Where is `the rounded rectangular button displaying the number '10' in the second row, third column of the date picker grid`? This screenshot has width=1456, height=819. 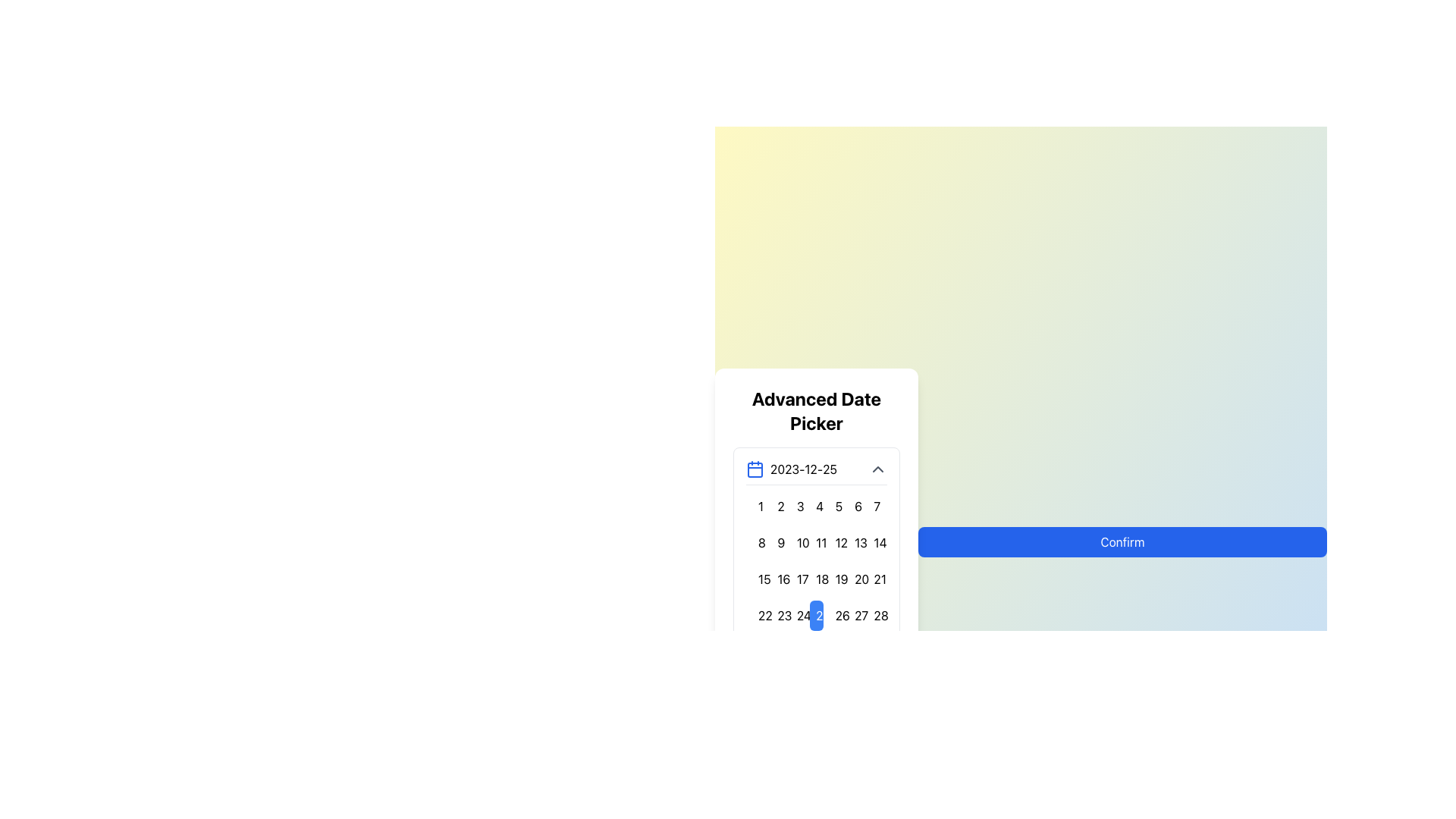 the rounded rectangular button displaying the number '10' in the second row, third column of the date picker grid is located at coordinates (796, 541).